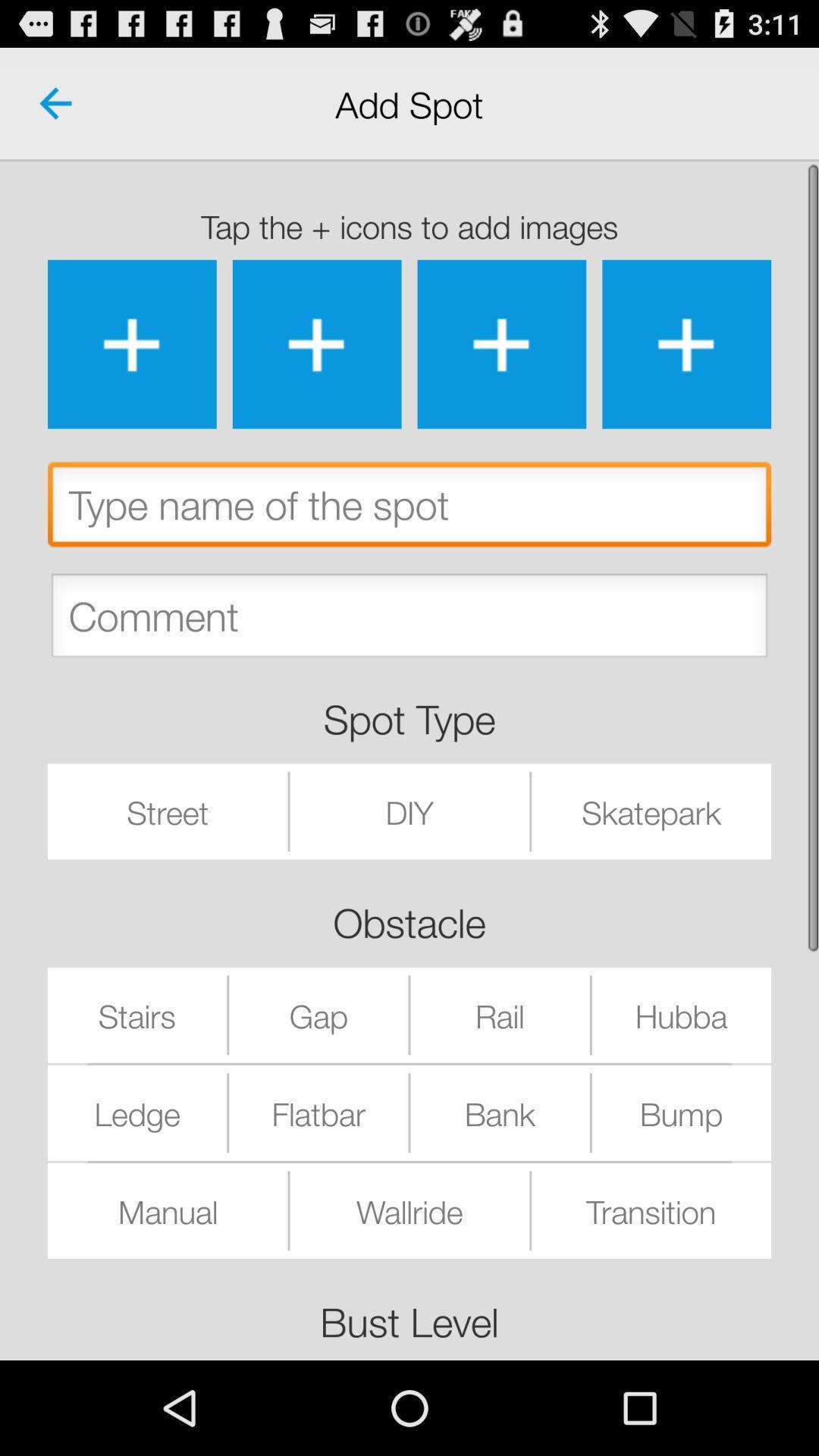 This screenshot has height=1456, width=819. Describe the element at coordinates (680, 1112) in the screenshot. I see `the bump icon` at that location.